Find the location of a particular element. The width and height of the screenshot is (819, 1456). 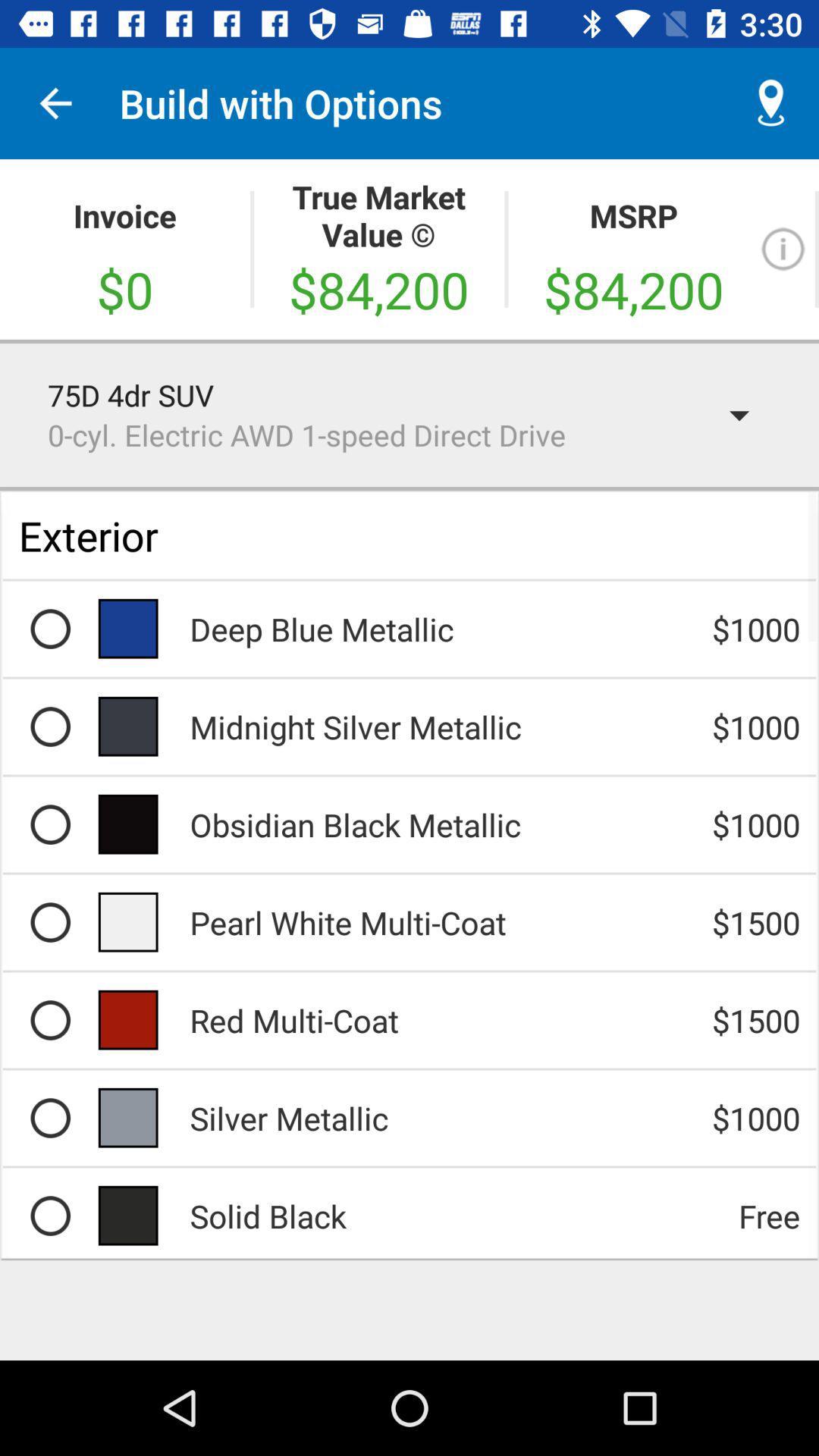

color option is located at coordinates (49, 824).